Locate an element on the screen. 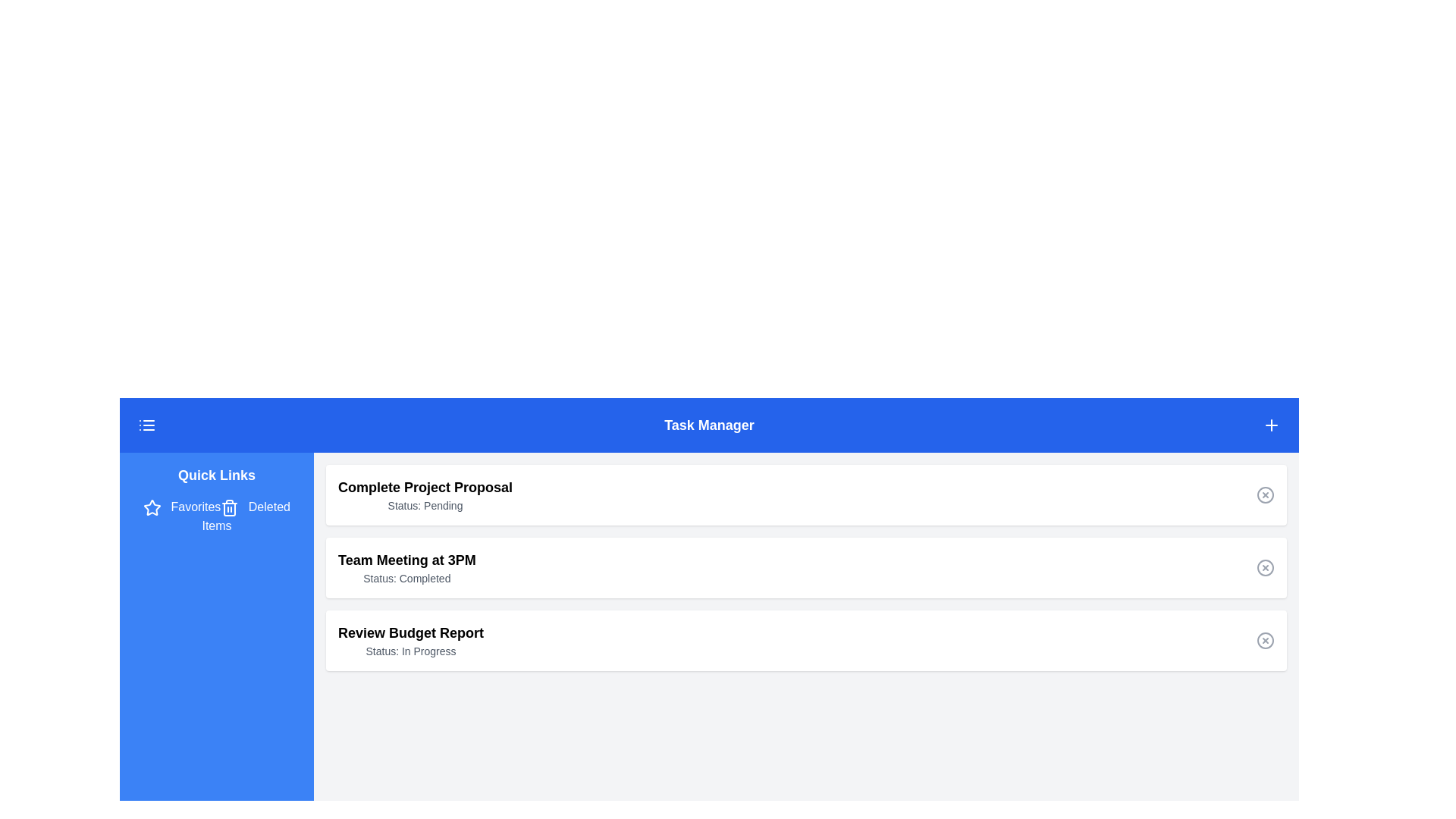 Image resolution: width=1456 pixels, height=819 pixels. the 'Review Budget Report' text label is located at coordinates (411, 632).